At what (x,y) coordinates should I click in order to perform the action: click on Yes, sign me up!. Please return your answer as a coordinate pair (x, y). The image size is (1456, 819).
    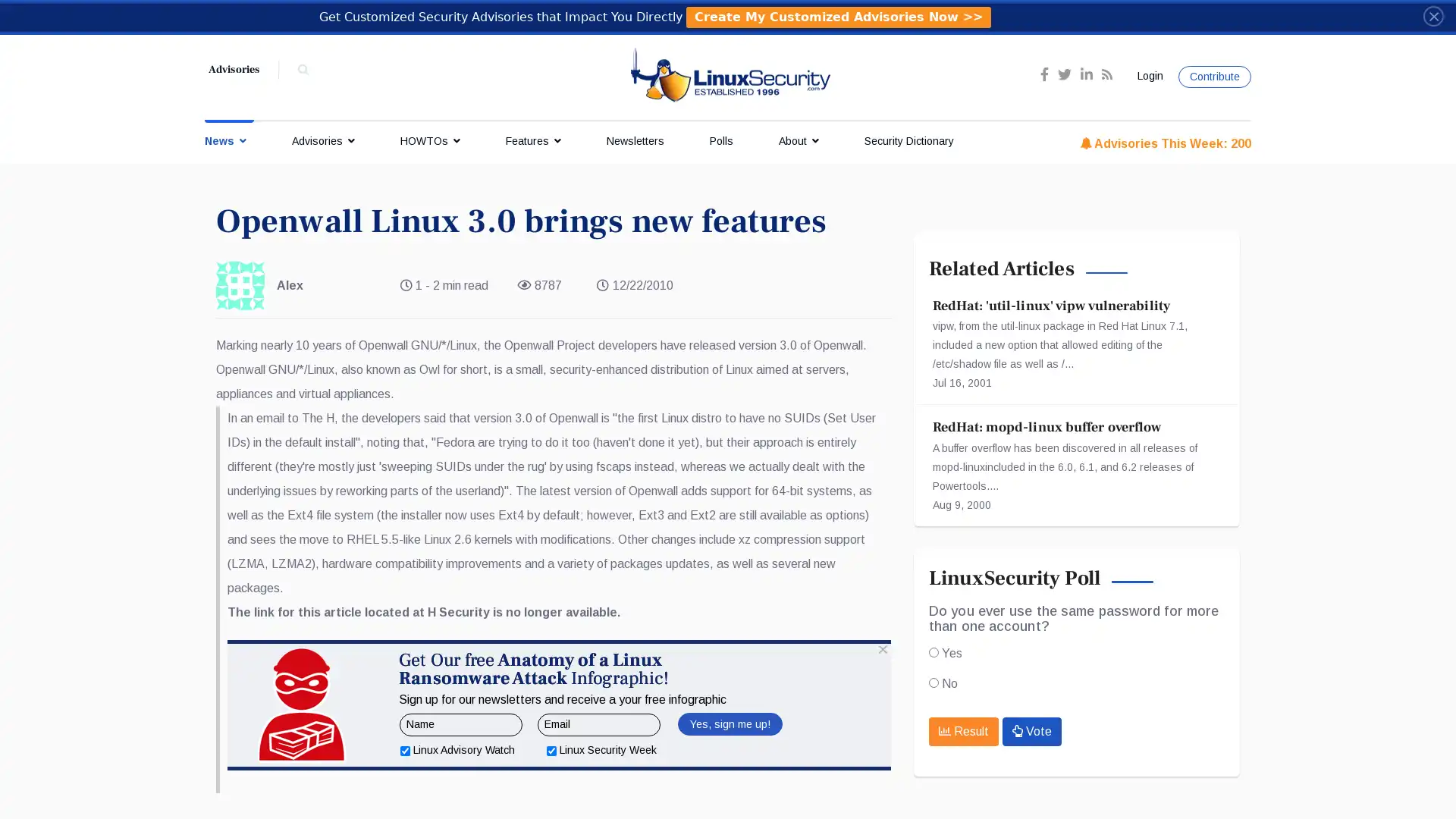
    Looking at the image, I should click on (729, 783).